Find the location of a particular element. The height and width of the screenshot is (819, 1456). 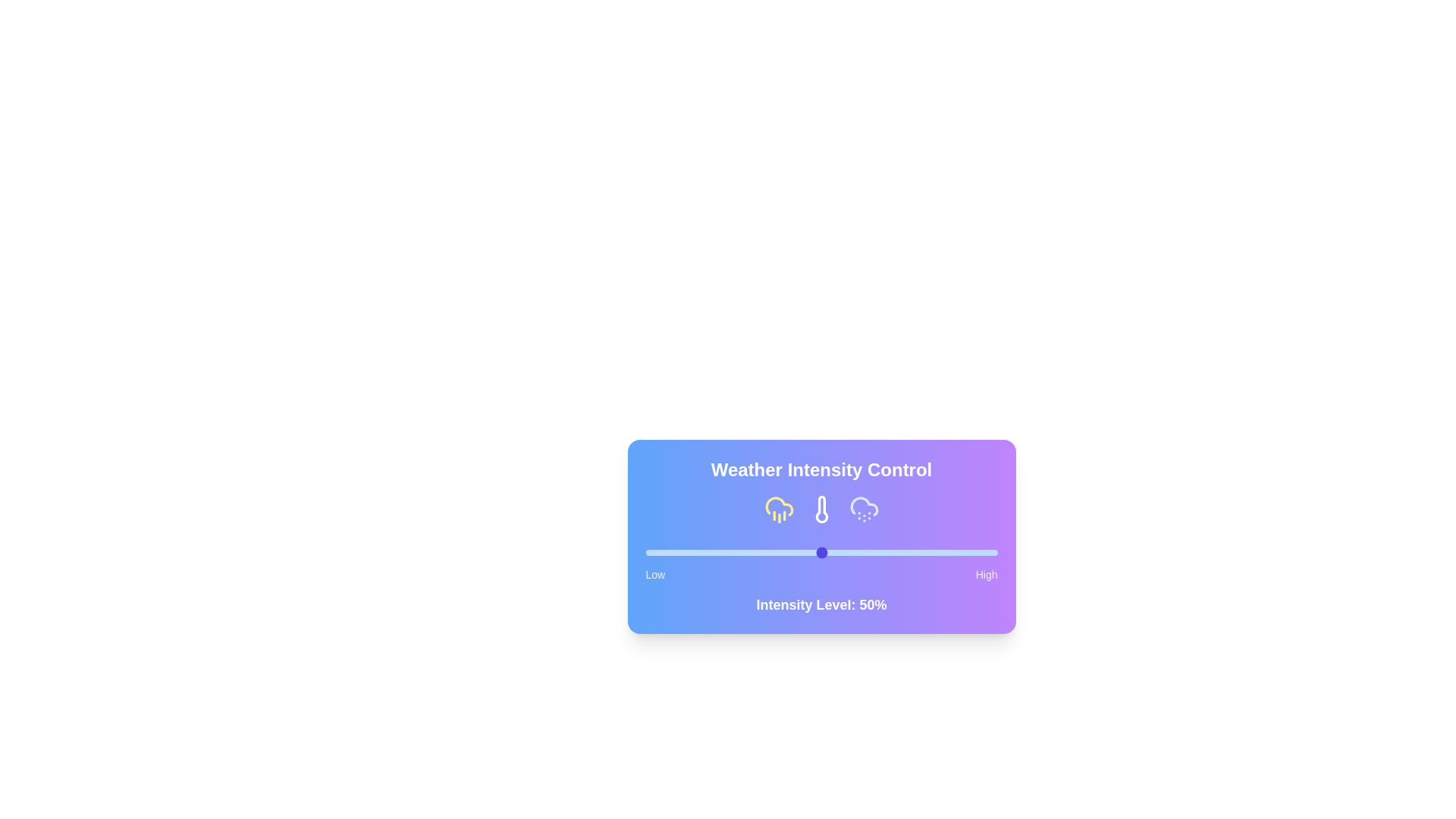

the weather condition icon for temperature is located at coordinates (821, 509).